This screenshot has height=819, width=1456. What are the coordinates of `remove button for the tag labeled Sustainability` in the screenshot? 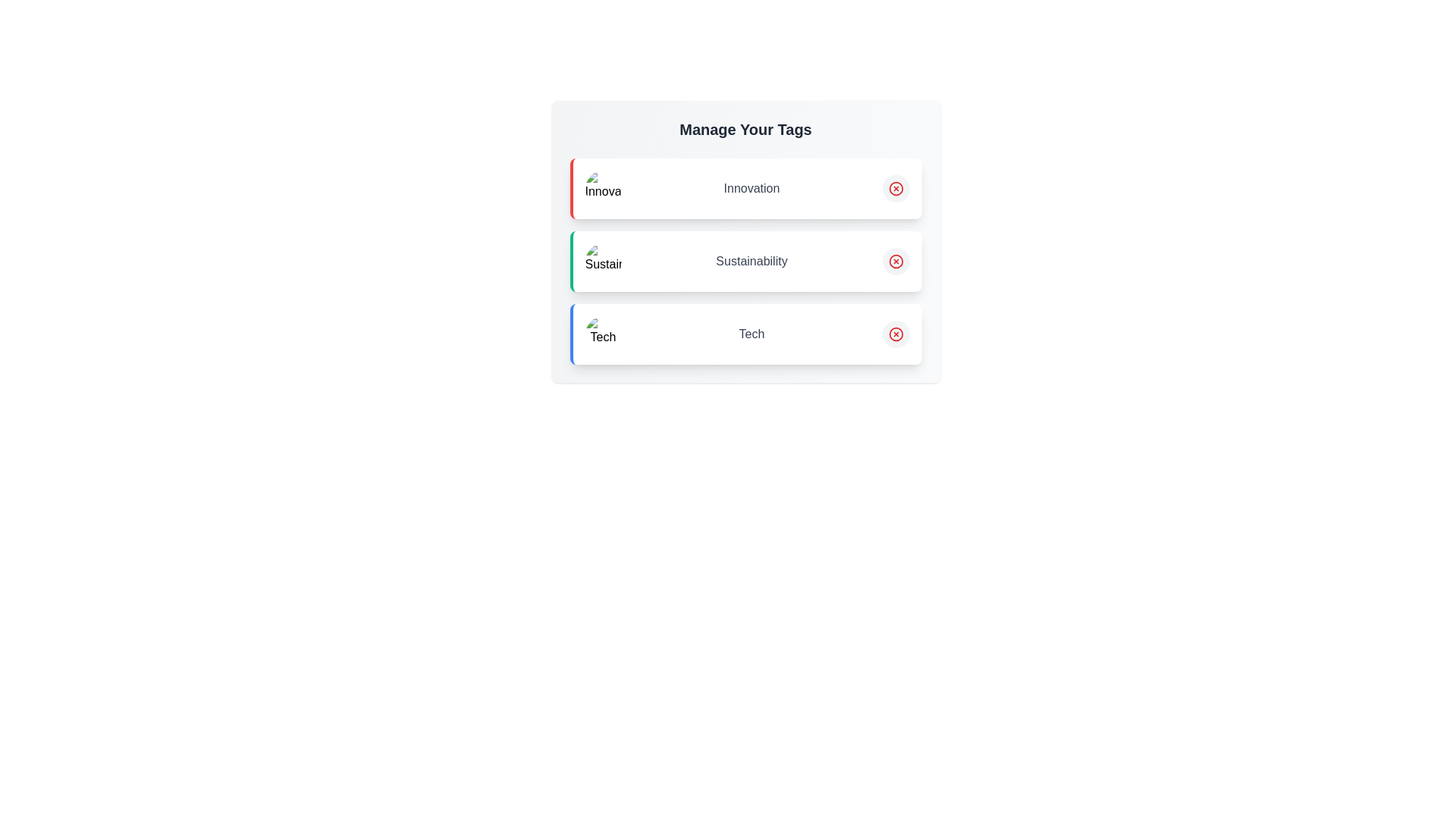 It's located at (896, 260).